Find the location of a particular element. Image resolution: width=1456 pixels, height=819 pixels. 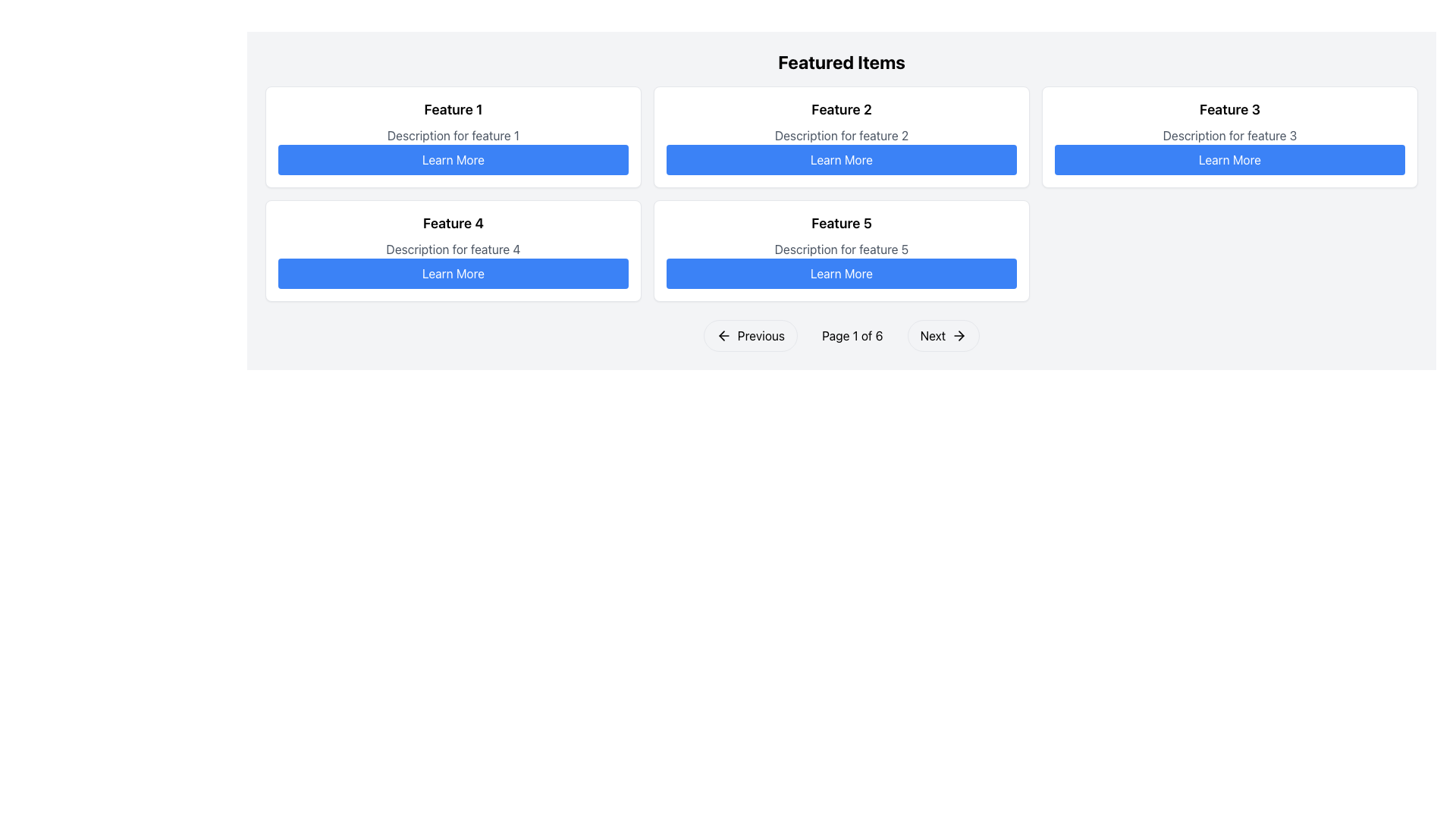

the text element providing a brief explanation for 'Feature 1' located in the top-left card of the grid layout, positioned below the title and above the 'Learn More' button is located at coordinates (453, 134).